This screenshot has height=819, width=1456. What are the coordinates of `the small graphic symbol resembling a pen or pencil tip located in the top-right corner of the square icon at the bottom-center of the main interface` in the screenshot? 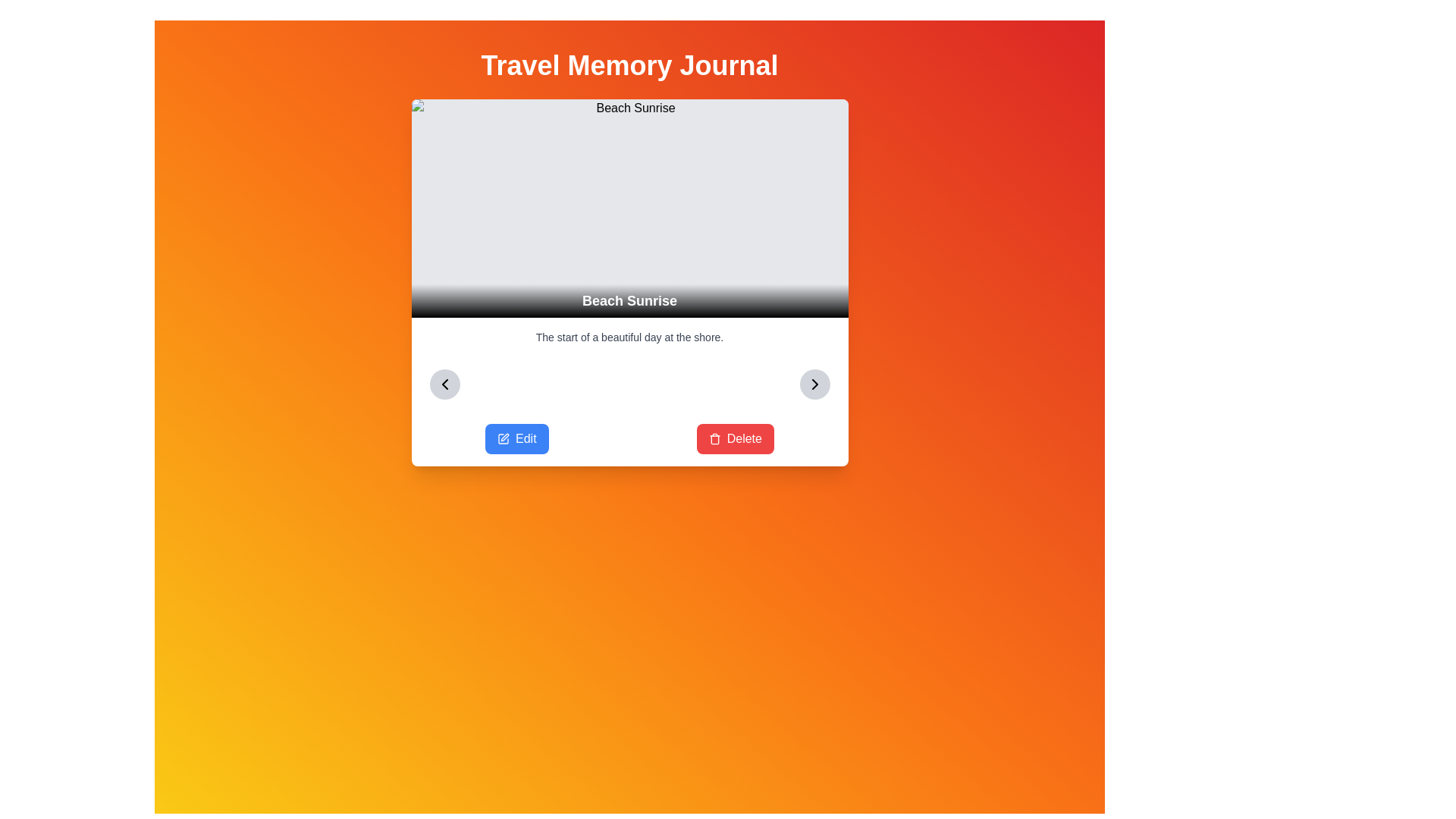 It's located at (505, 438).